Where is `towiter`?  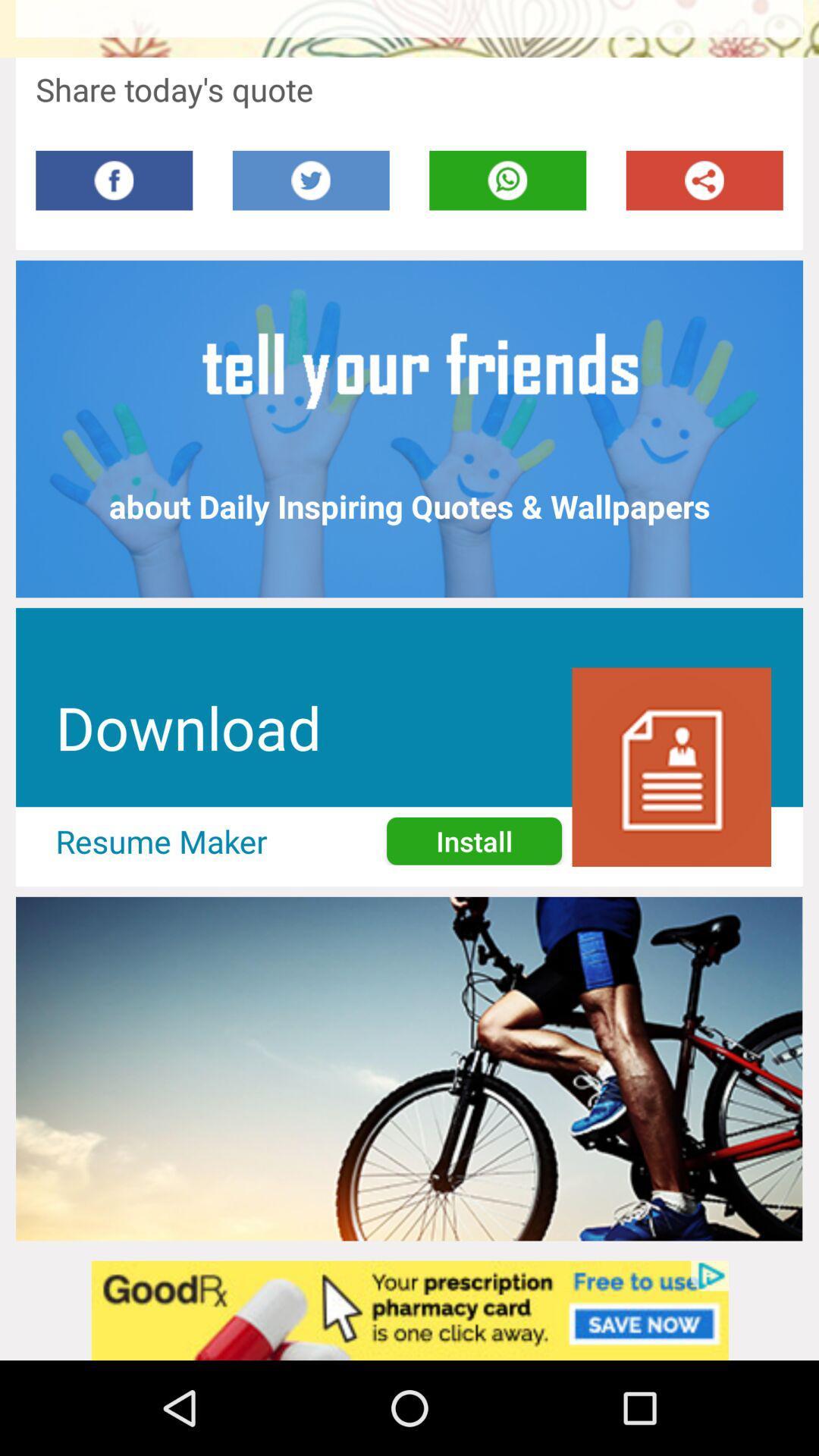
towiter is located at coordinates (310, 180).